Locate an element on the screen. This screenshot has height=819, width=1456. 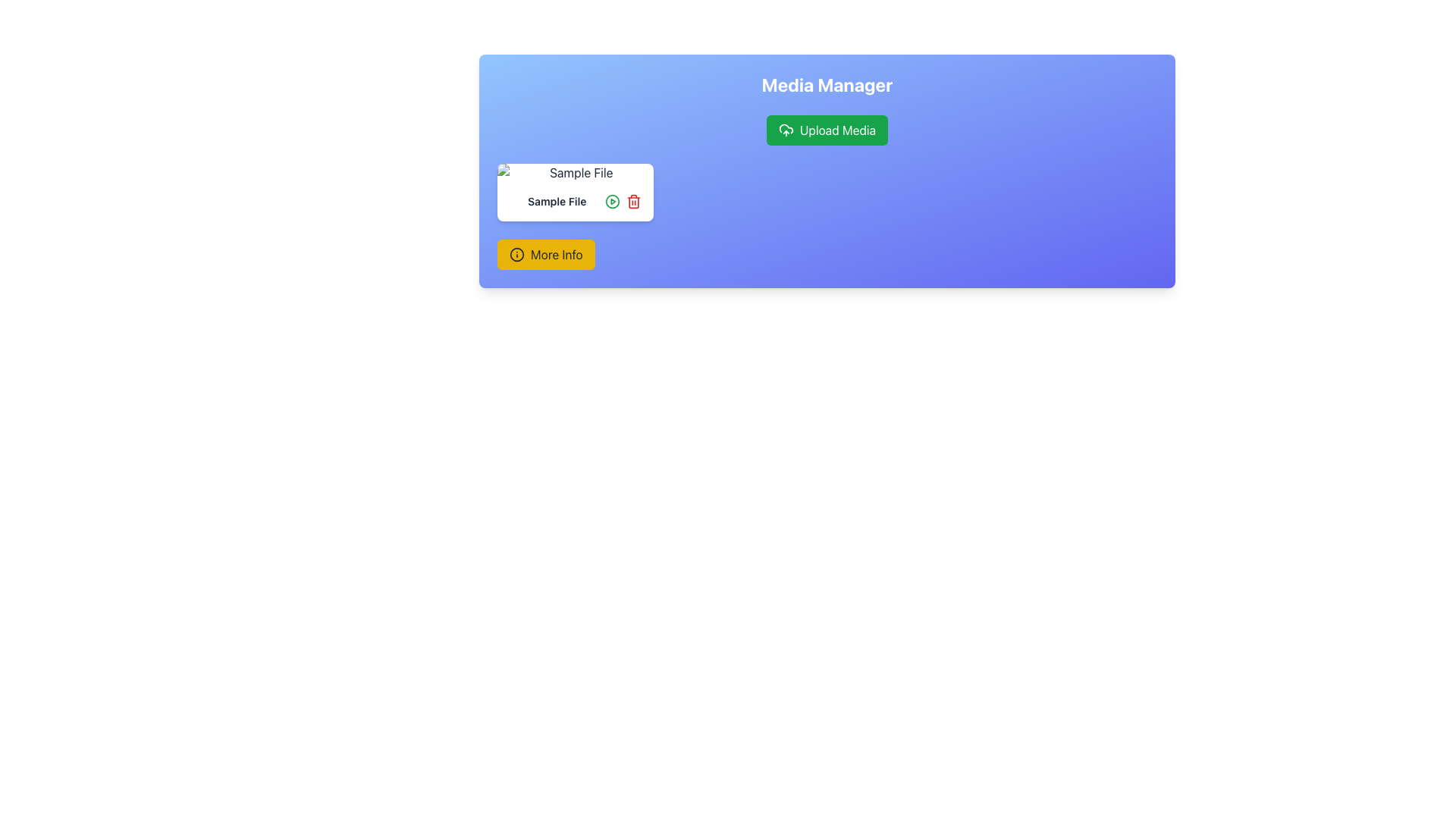
the upload button located below the 'Media Manager' title to initiate the upload process is located at coordinates (826, 130).